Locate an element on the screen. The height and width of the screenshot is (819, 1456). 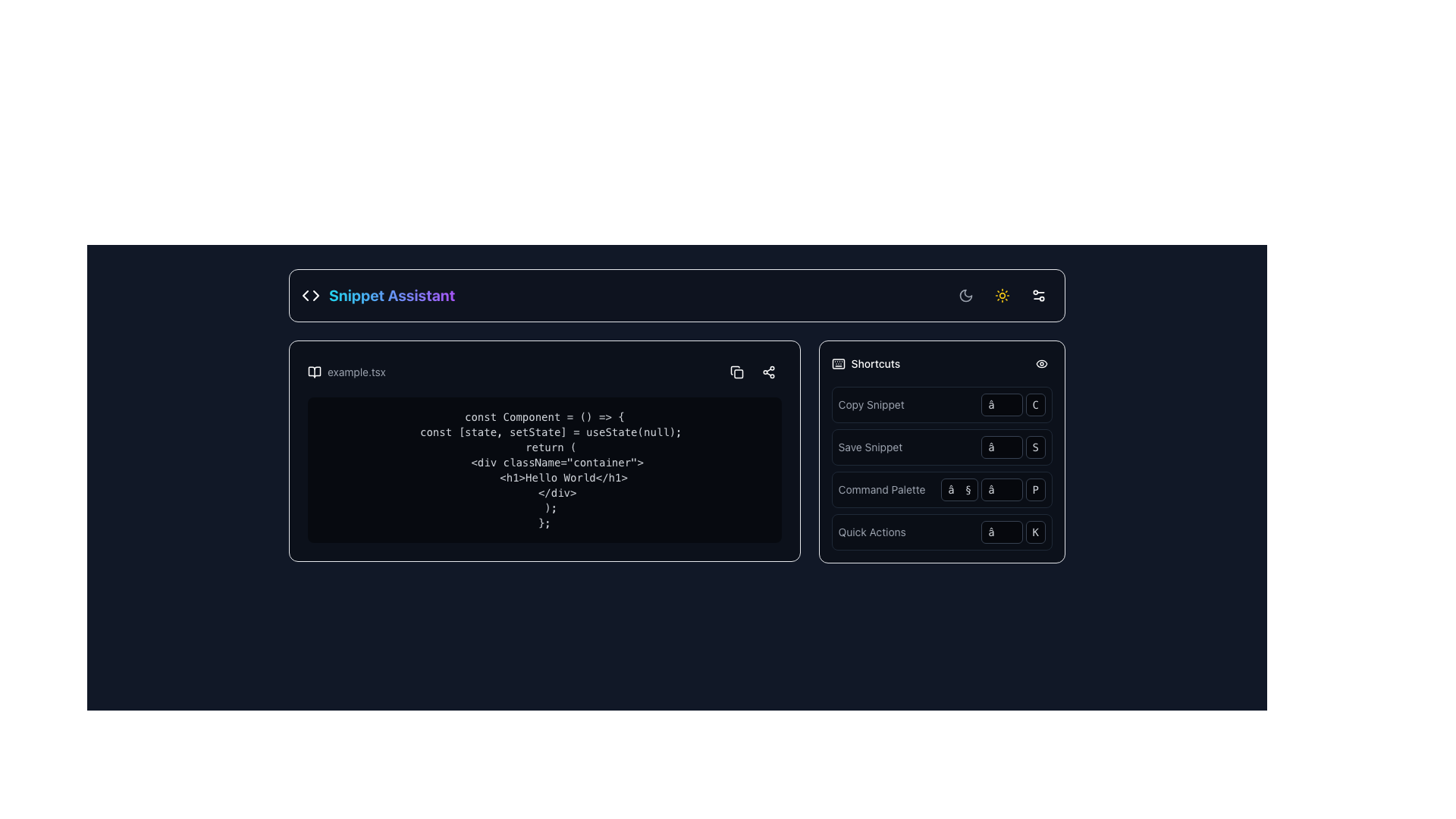
the small rounded button labeled 'C' with a dark background and light gray text is located at coordinates (1034, 403).